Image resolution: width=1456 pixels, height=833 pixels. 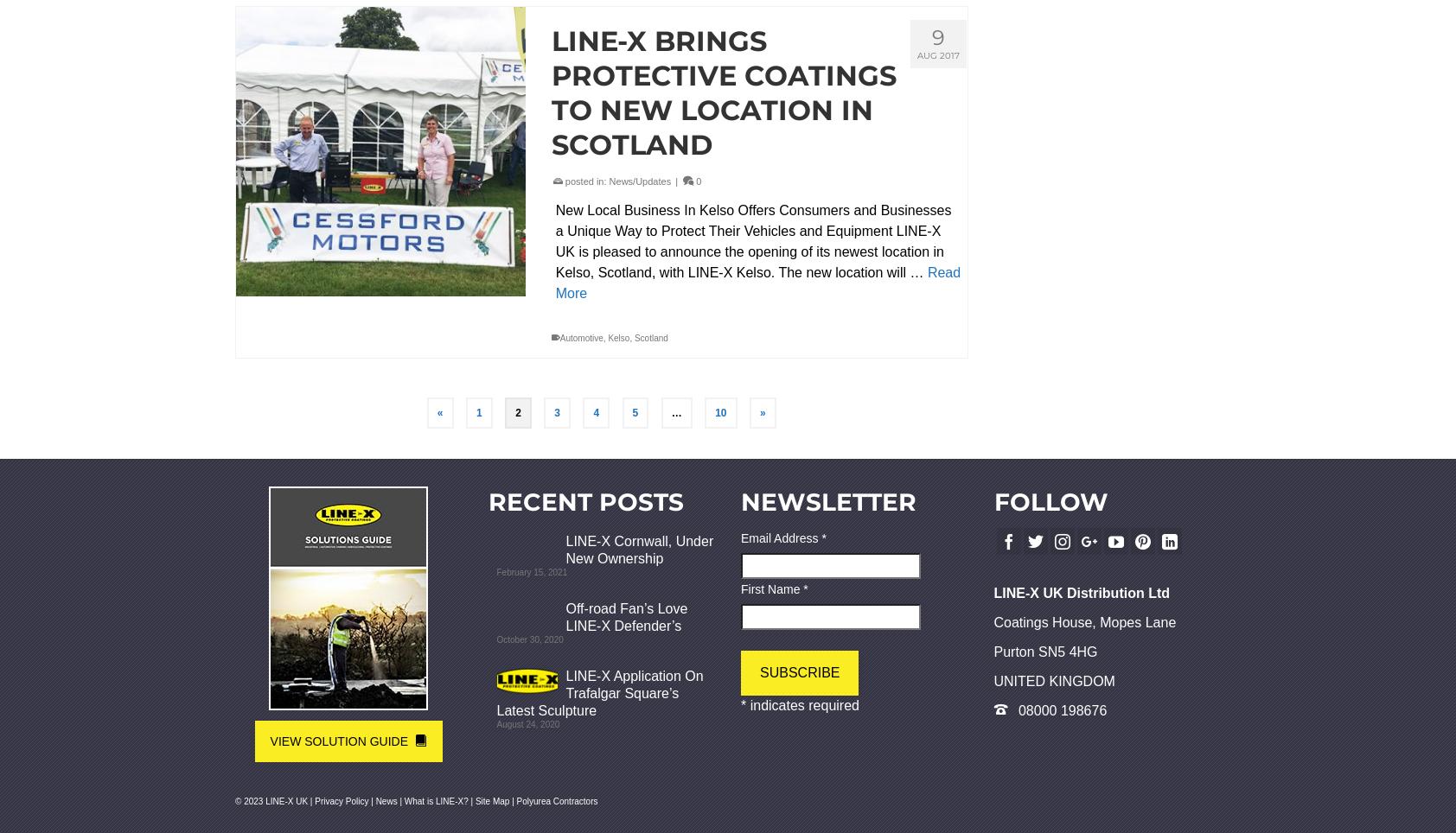 I want to click on 'Privacy Policy', so click(x=342, y=801).